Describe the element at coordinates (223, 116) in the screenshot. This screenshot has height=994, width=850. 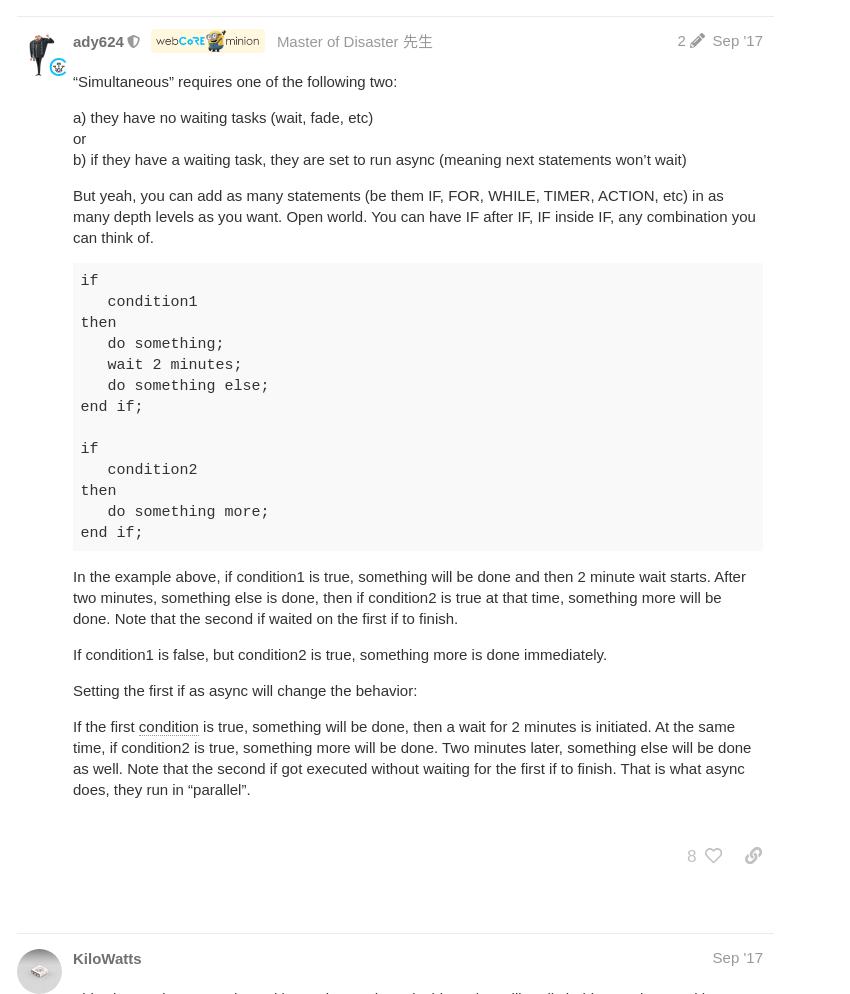
I see `'a) they have no waiting tasks (wait, fade, etc)'` at that location.